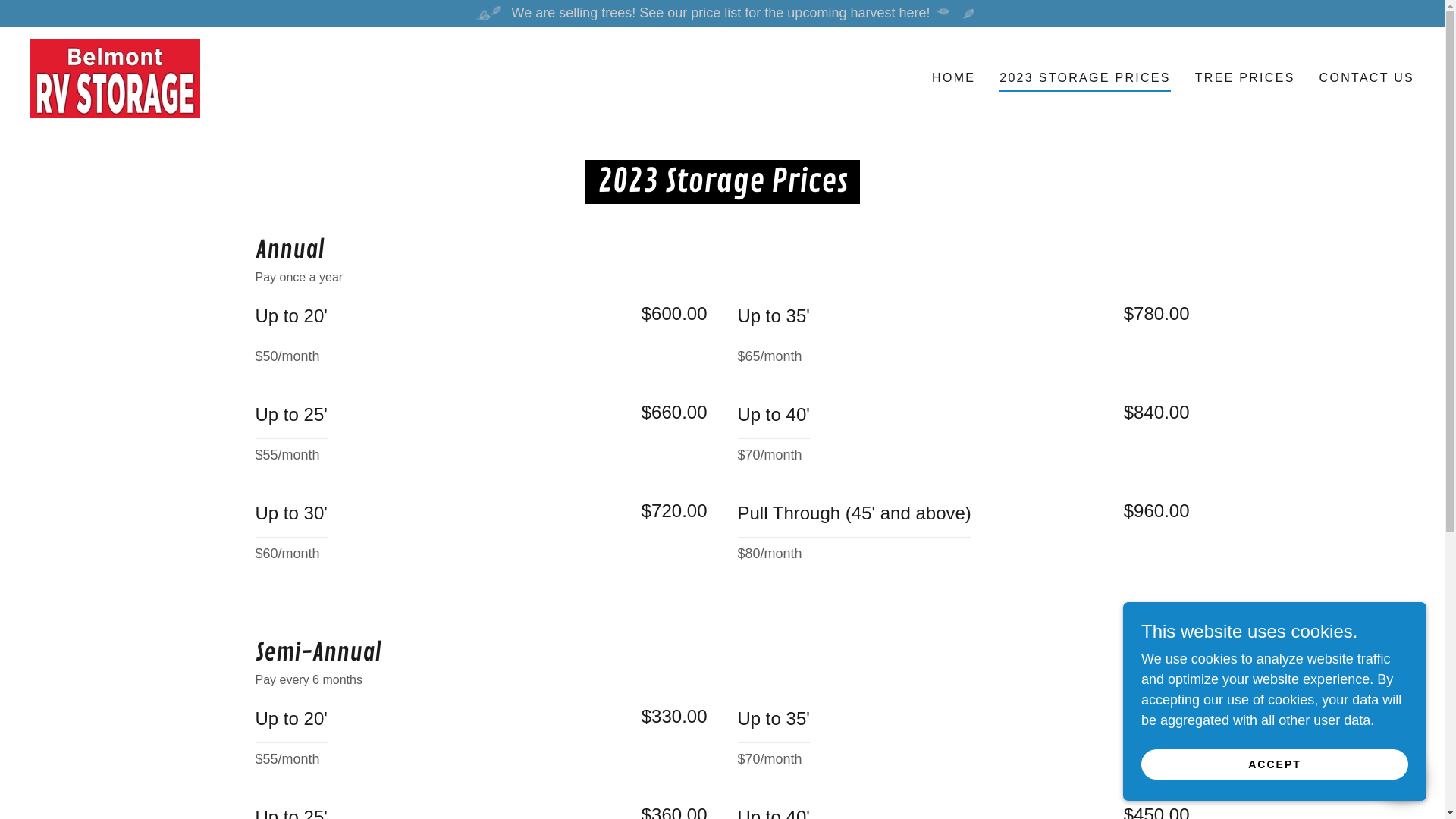 This screenshot has height=819, width=1456. What do you see at coordinates (1244, 78) in the screenshot?
I see `'TREE PRICES'` at bounding box center [1244, 78].